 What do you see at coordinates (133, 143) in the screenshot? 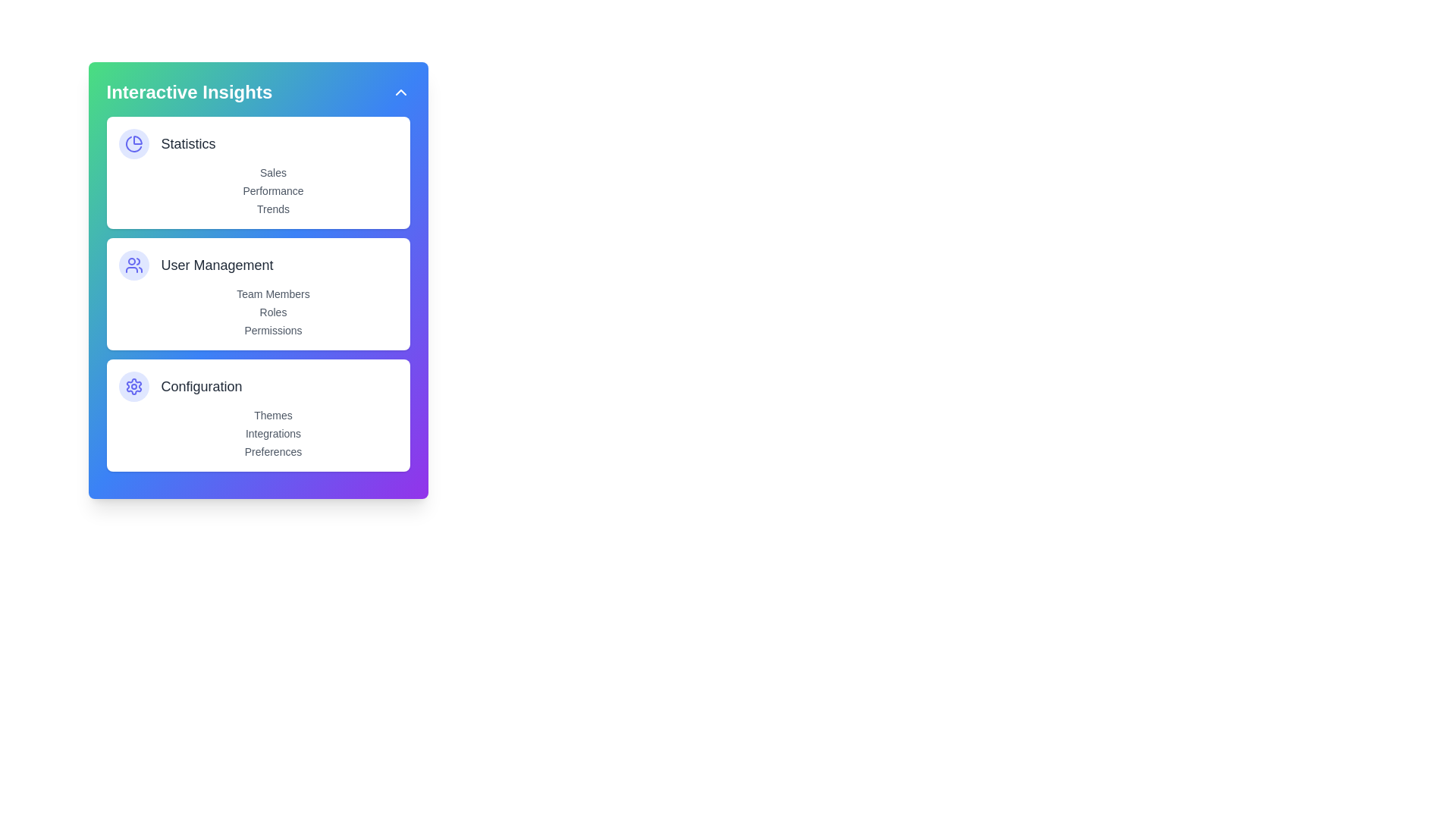
I see `the icon of the section Statistics` at bounding box center [133, 143].